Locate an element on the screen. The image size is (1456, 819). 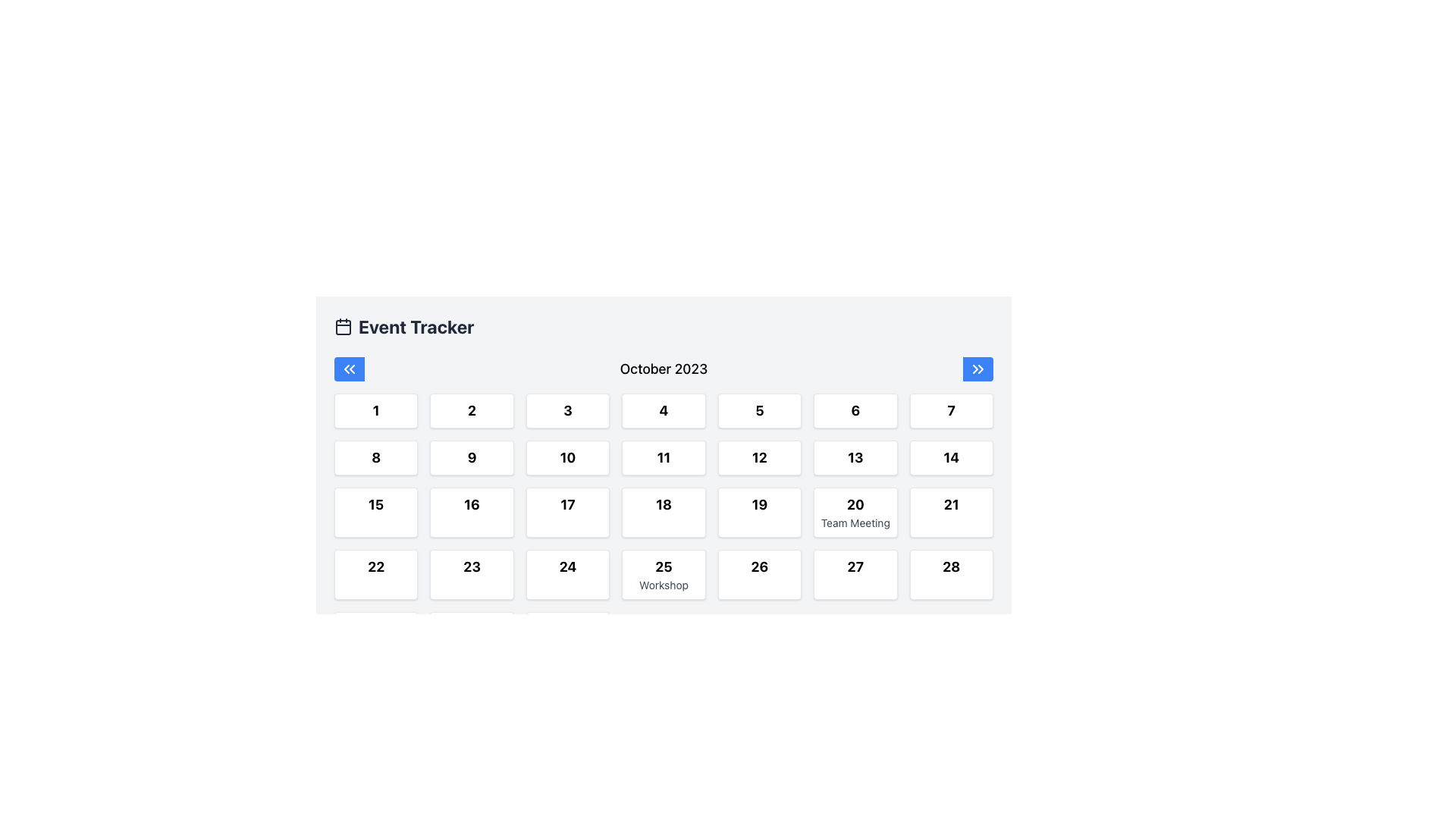
the calendar day box displaying the number '6' is located at coordinates (855, 411).